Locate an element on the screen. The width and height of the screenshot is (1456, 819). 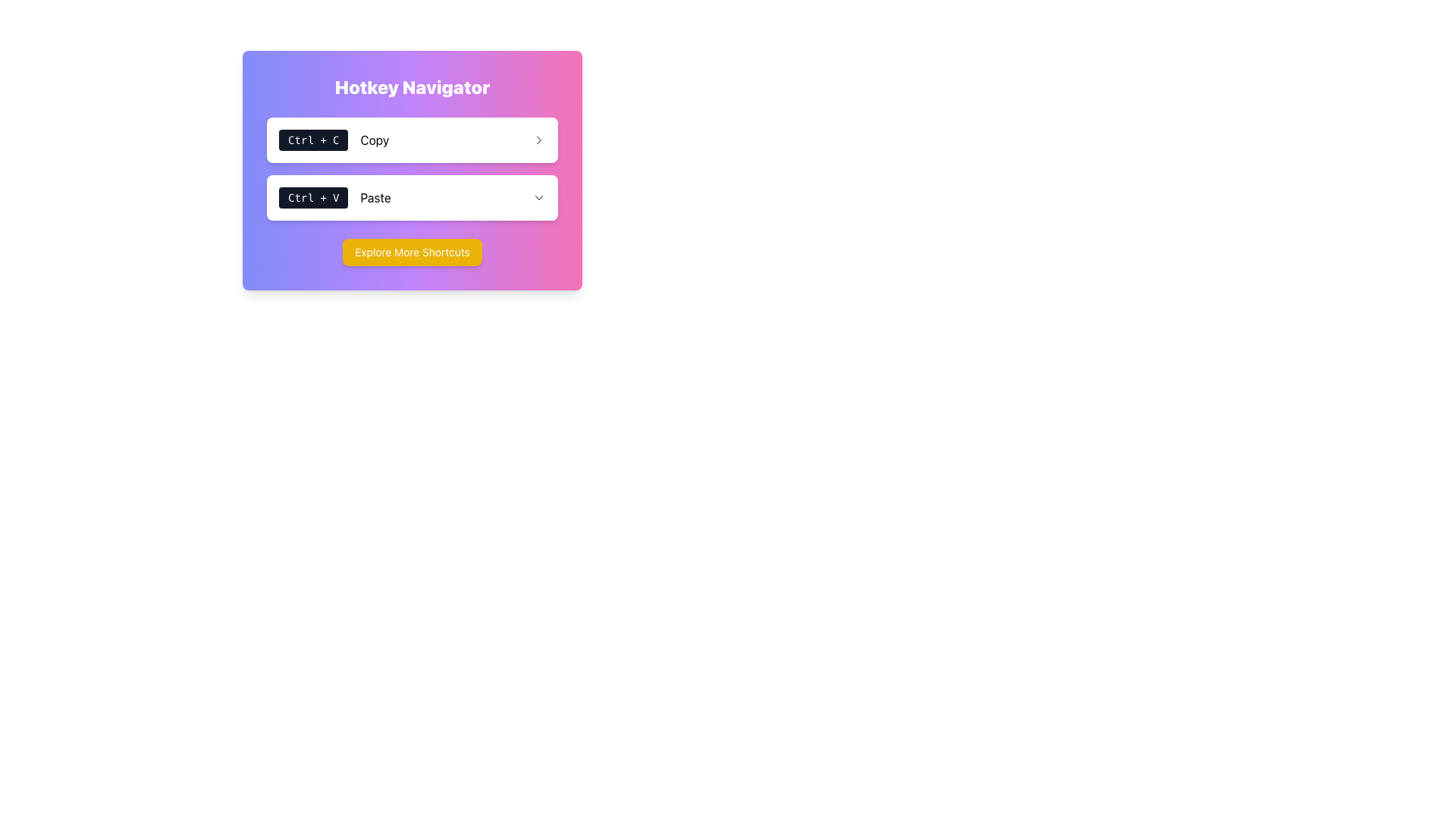
the Label element displaying 'Ctrl + V', which is visually distinct with white text on a dark rounded rectangular background, positioned to the left of the 'Paste' text is located at coordinates (312, 197).